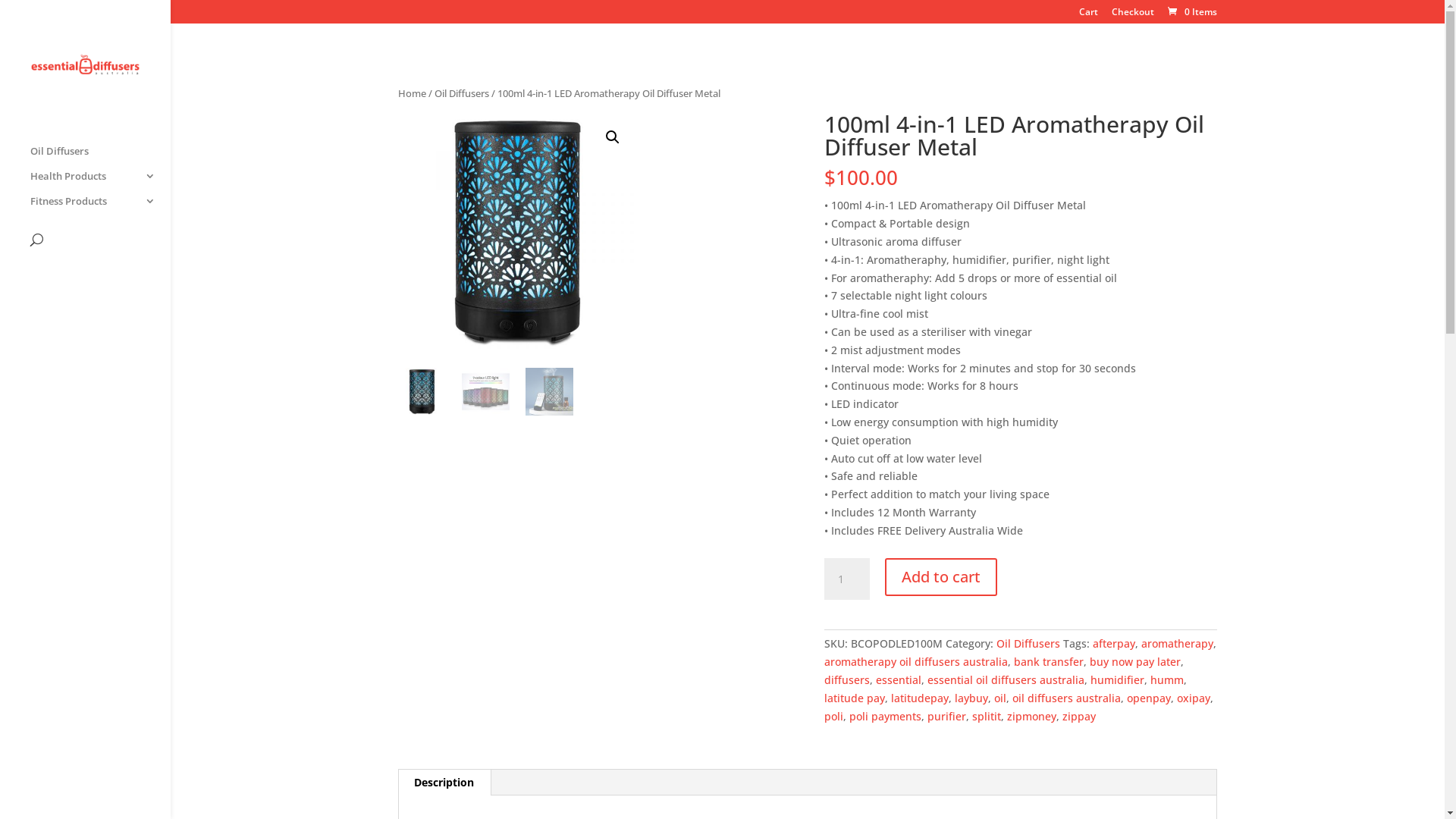 This screenshot has height=819, width=1456. I want to click on 'bank transfer', so click(1047, 661).